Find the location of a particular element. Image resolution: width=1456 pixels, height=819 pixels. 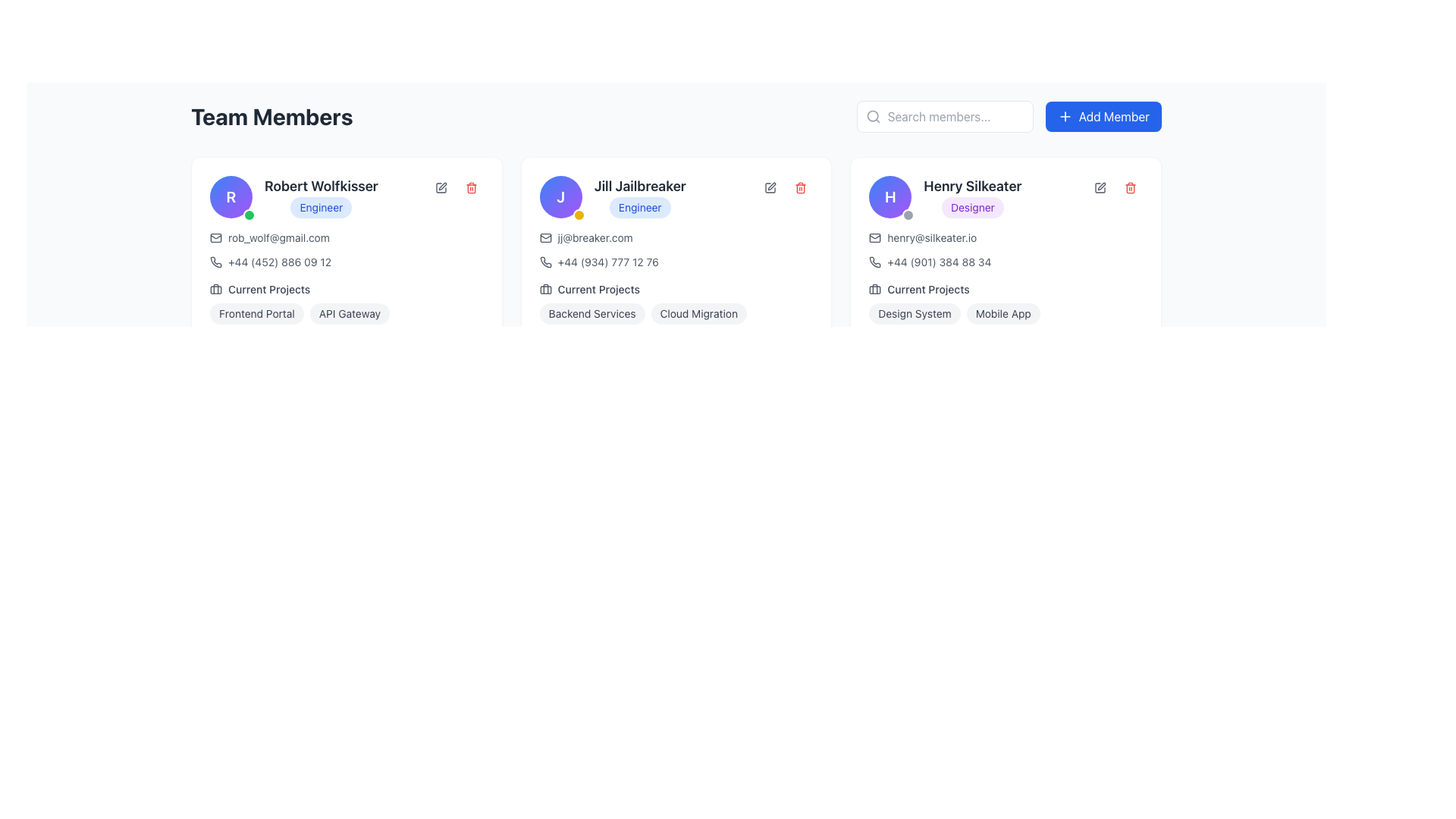

the delete button with an embedded trash icon located at the top-right corner of the user card for 'Henry Silkeater' is located at coordinates (1131, 187).